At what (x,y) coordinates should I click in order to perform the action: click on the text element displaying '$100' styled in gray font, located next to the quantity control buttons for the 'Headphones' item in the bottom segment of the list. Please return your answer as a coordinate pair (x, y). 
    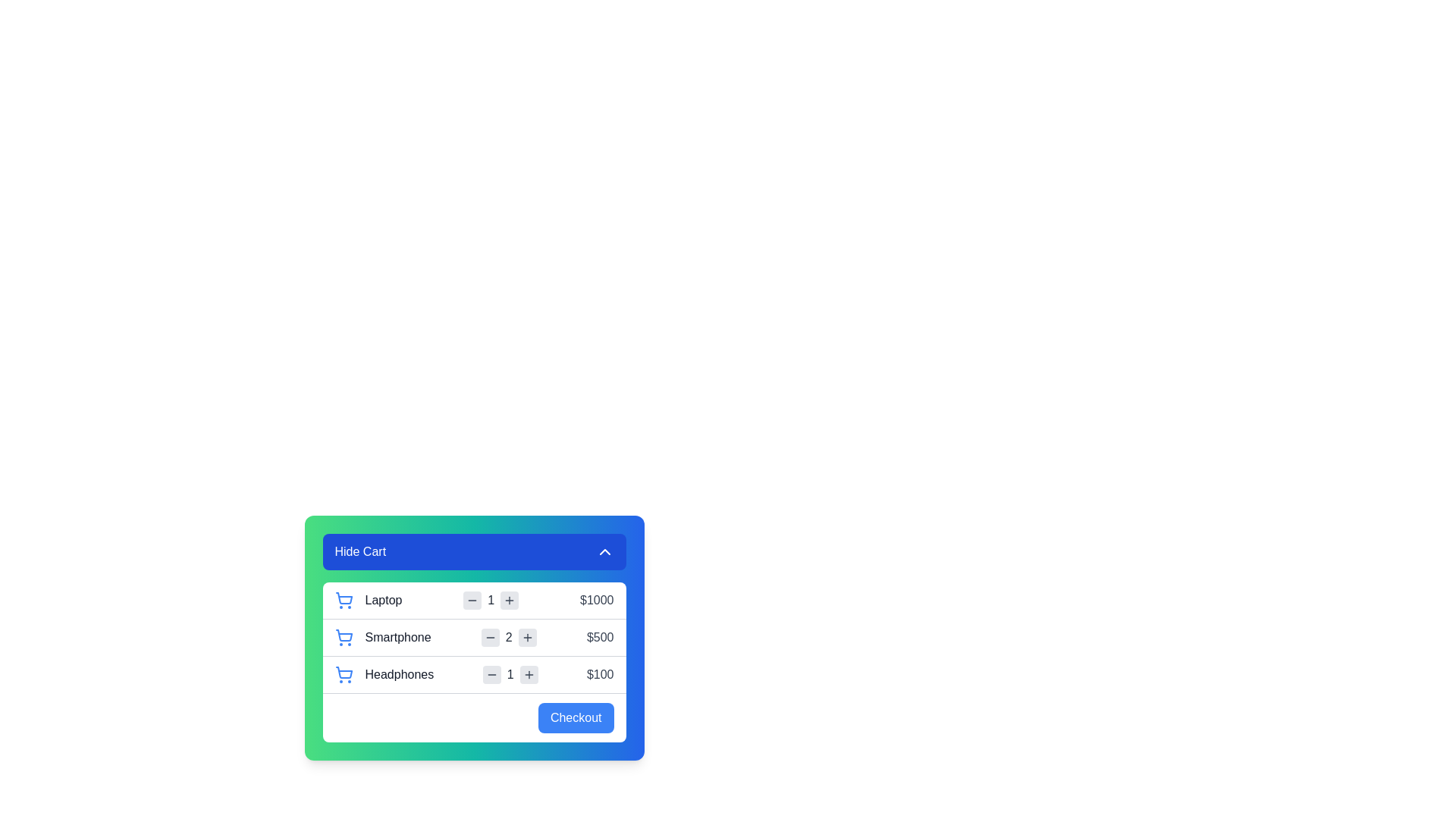
    Looking at the image, I should click on (599, 674).